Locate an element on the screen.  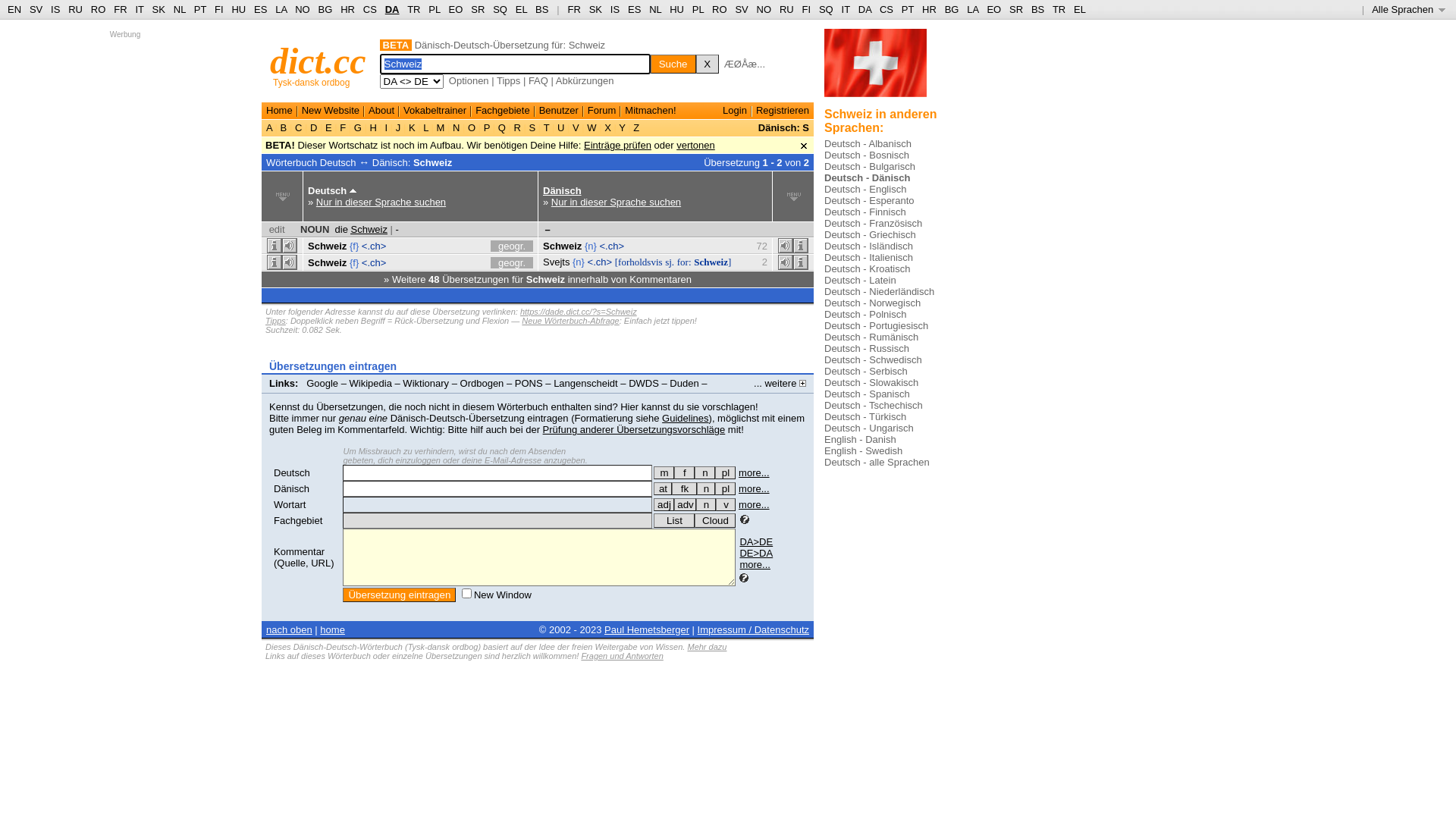
'NL' is located at coordinates (179, 9).